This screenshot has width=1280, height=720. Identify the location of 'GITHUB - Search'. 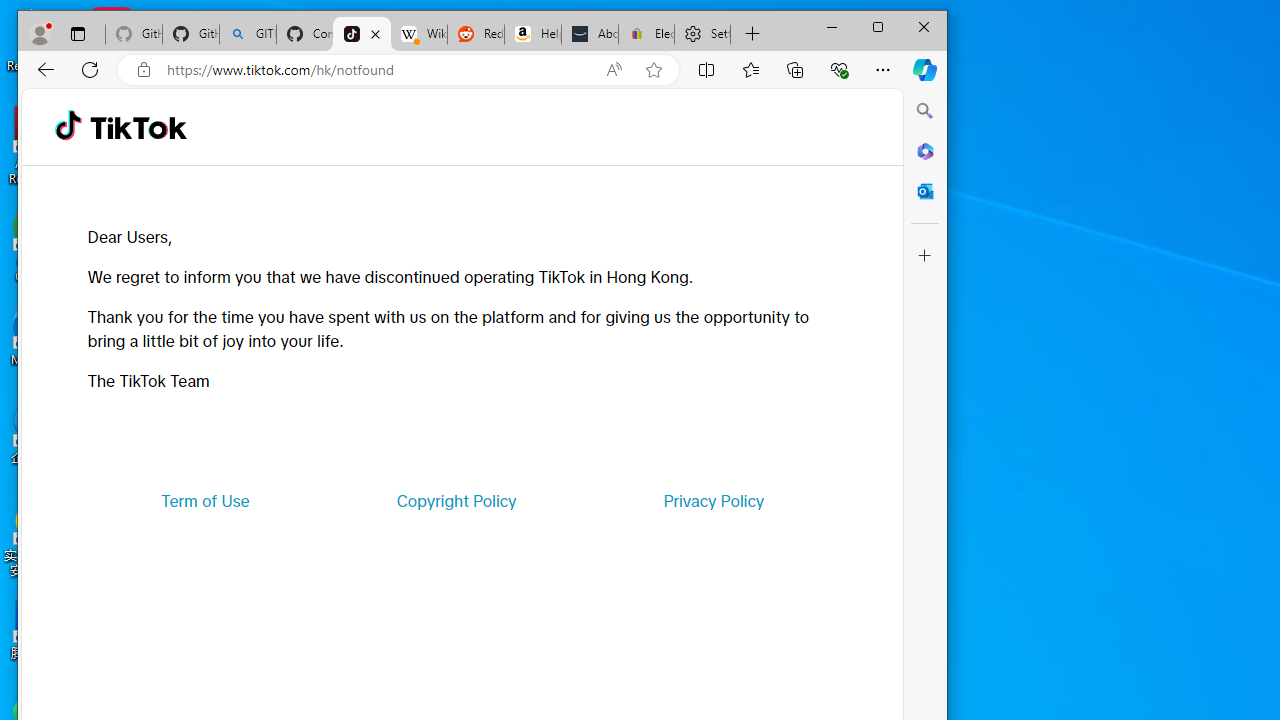
(247, 34).